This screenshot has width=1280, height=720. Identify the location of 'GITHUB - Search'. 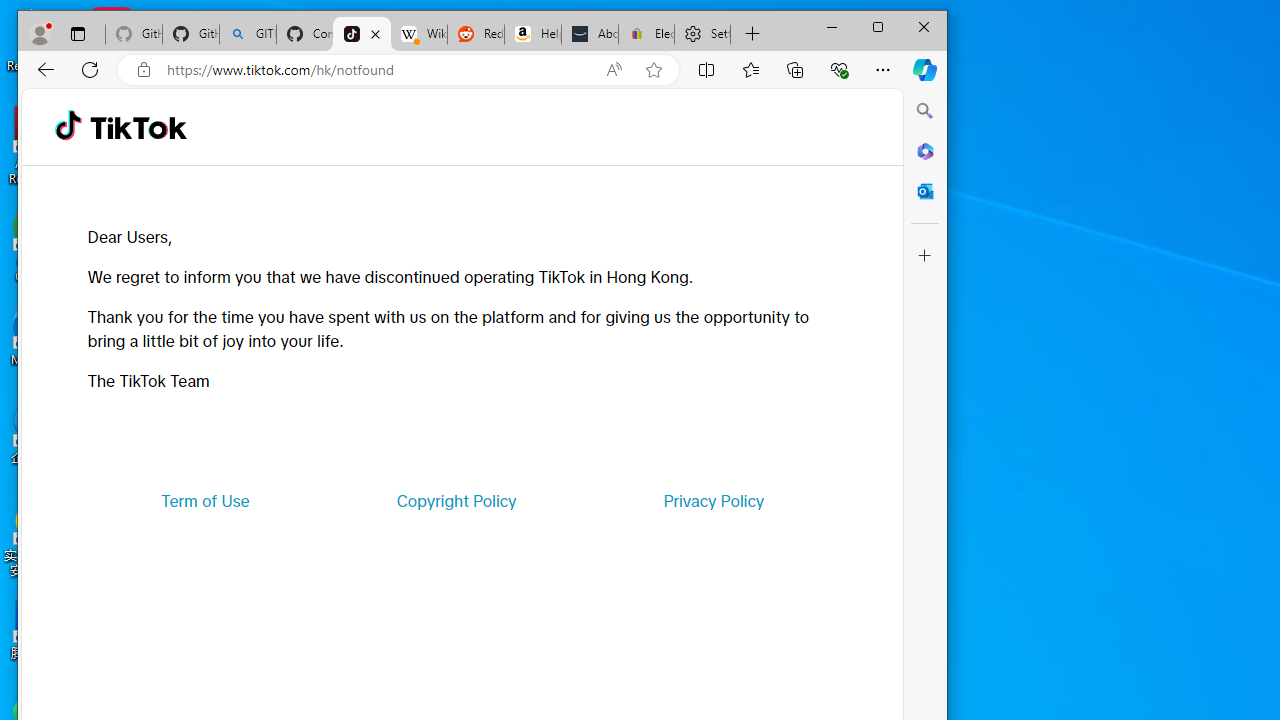
(247, 34).